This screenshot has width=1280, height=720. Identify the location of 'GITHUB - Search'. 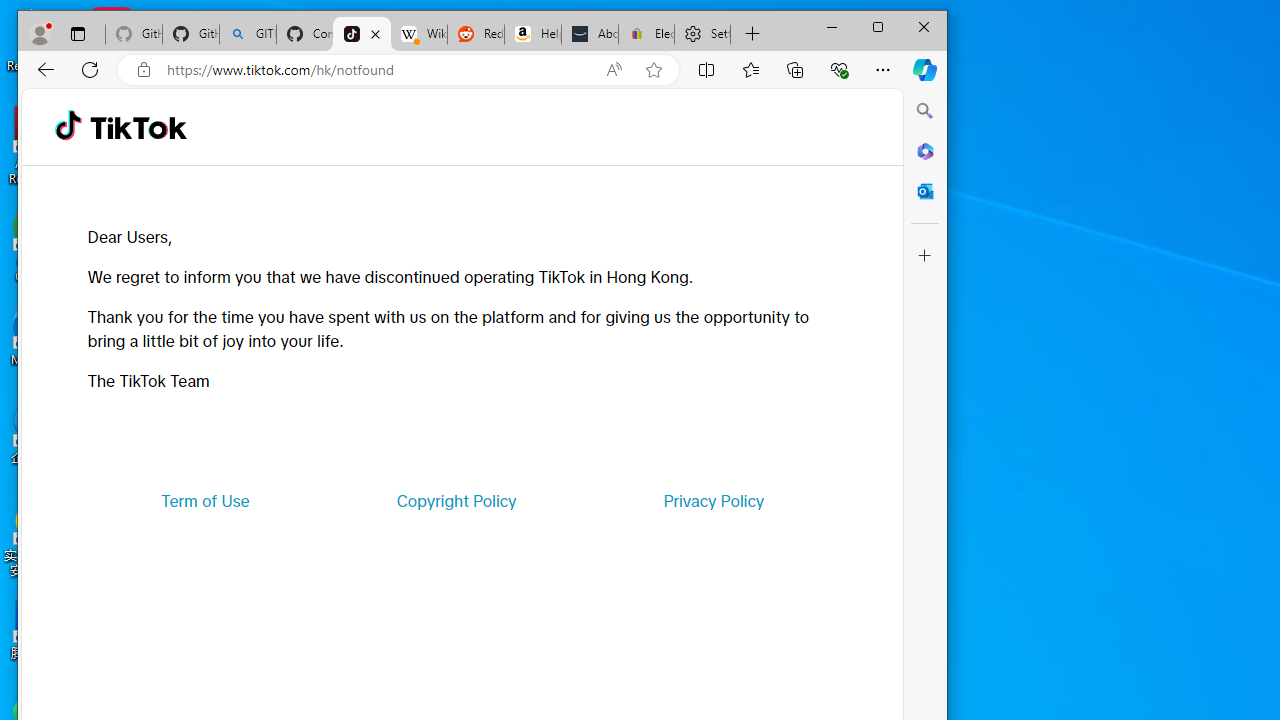
(247, 34).